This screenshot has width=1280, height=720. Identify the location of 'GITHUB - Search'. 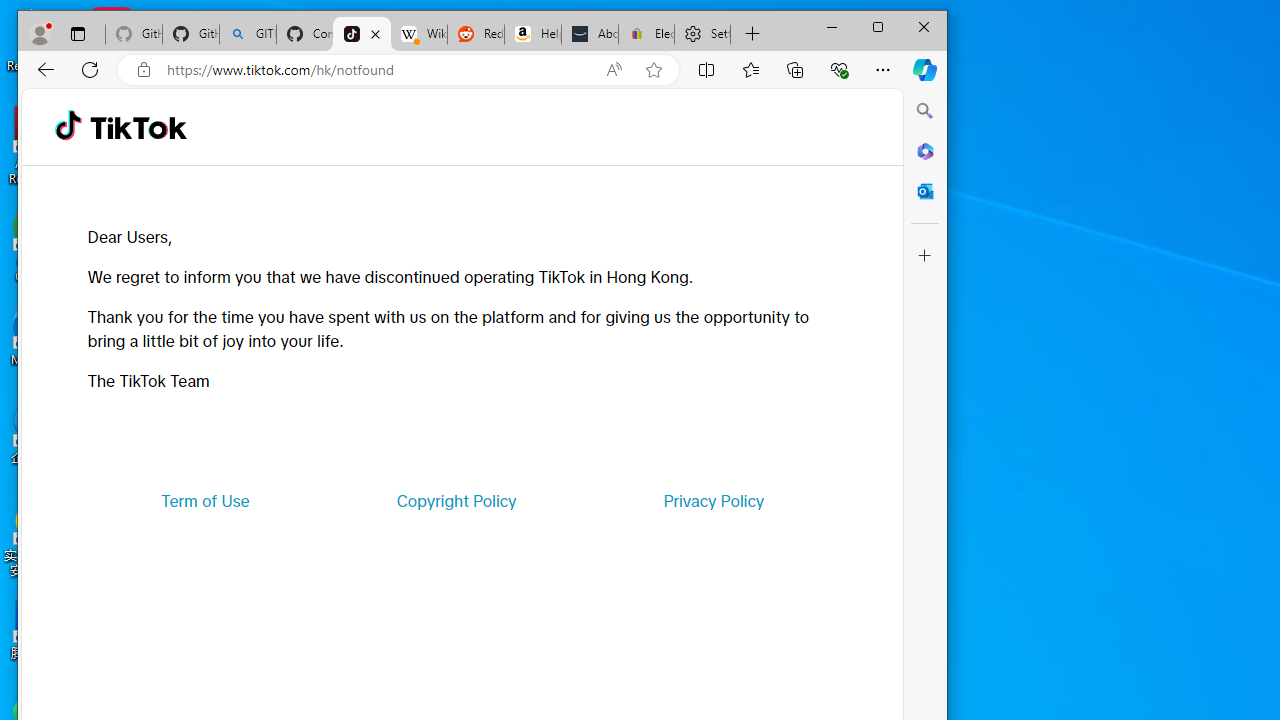
(247, 34).